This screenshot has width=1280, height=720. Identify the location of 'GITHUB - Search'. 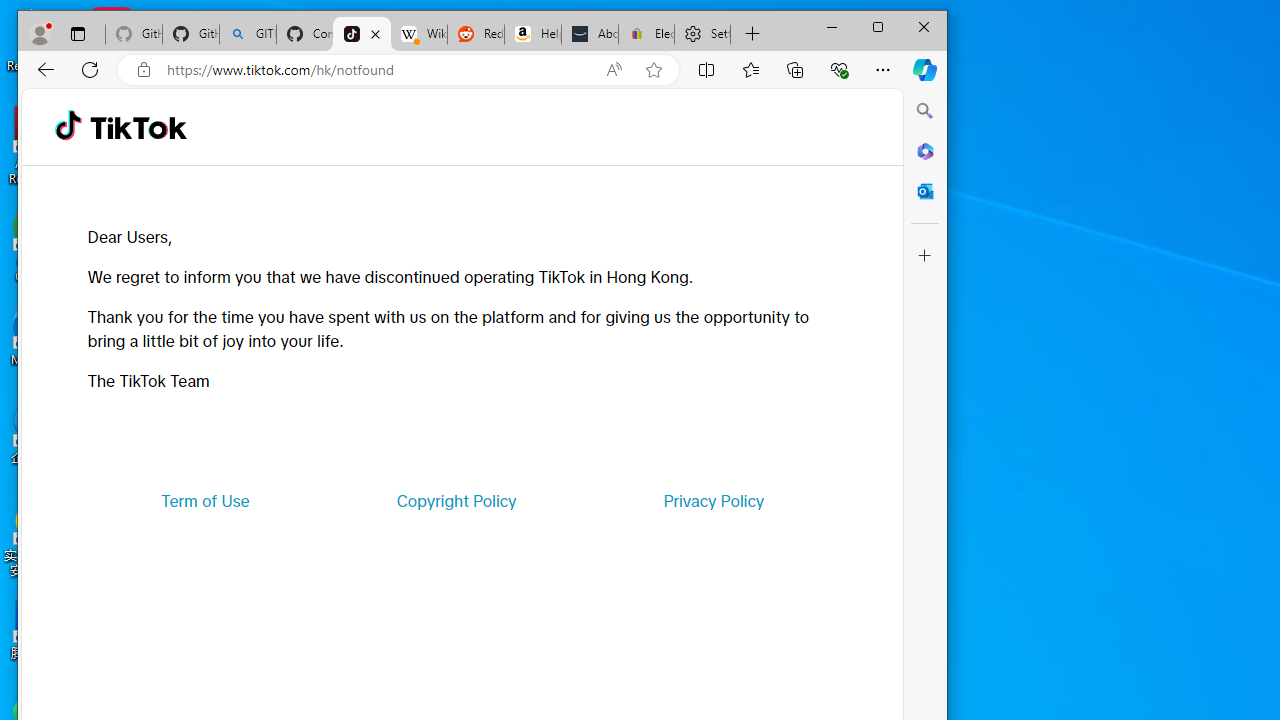
(247, 34).